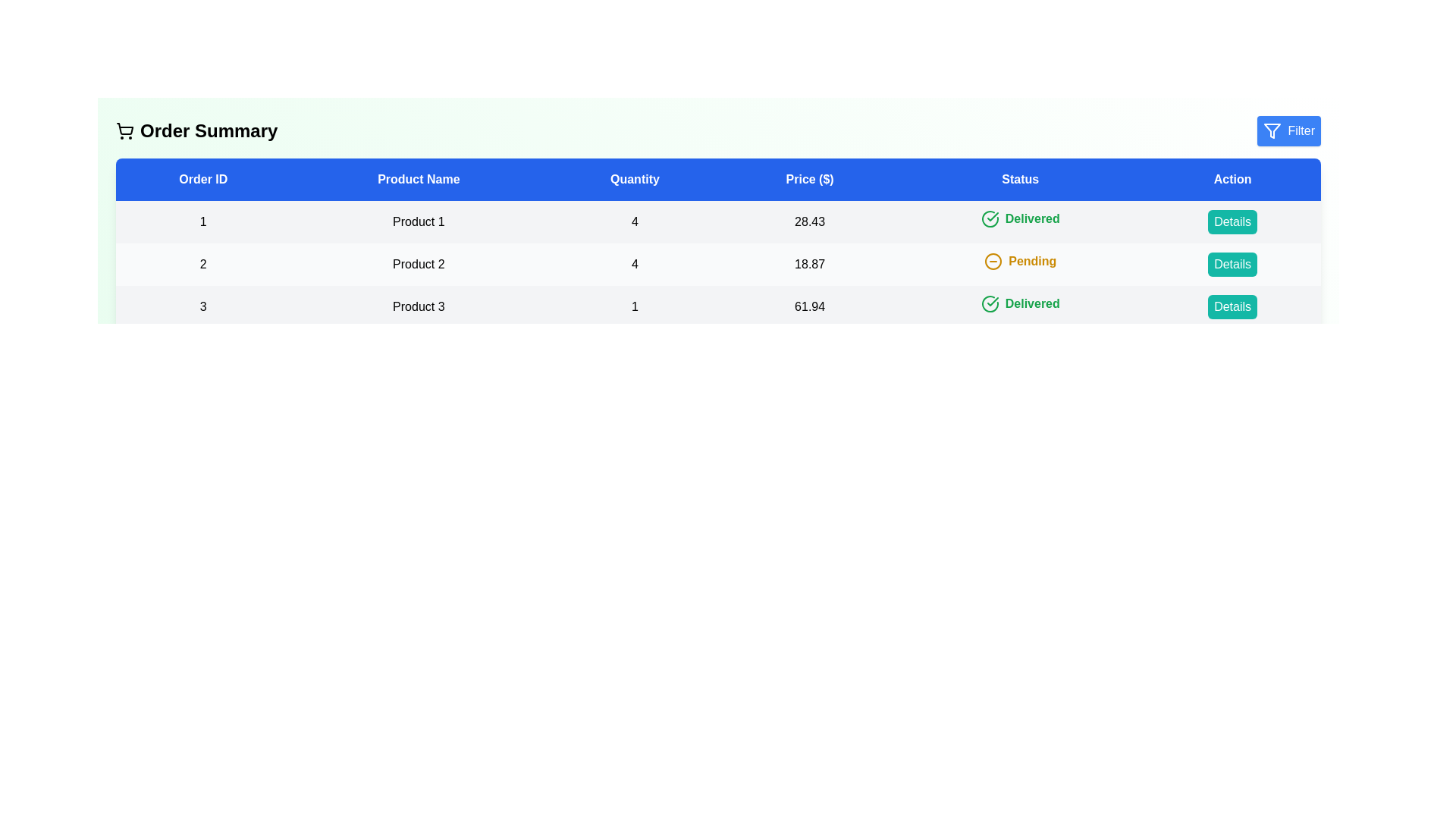  Describe the element at coordinates (1232, 263) in the screenshot. I see `the 'Details' button for the order with ID 2` at that location.